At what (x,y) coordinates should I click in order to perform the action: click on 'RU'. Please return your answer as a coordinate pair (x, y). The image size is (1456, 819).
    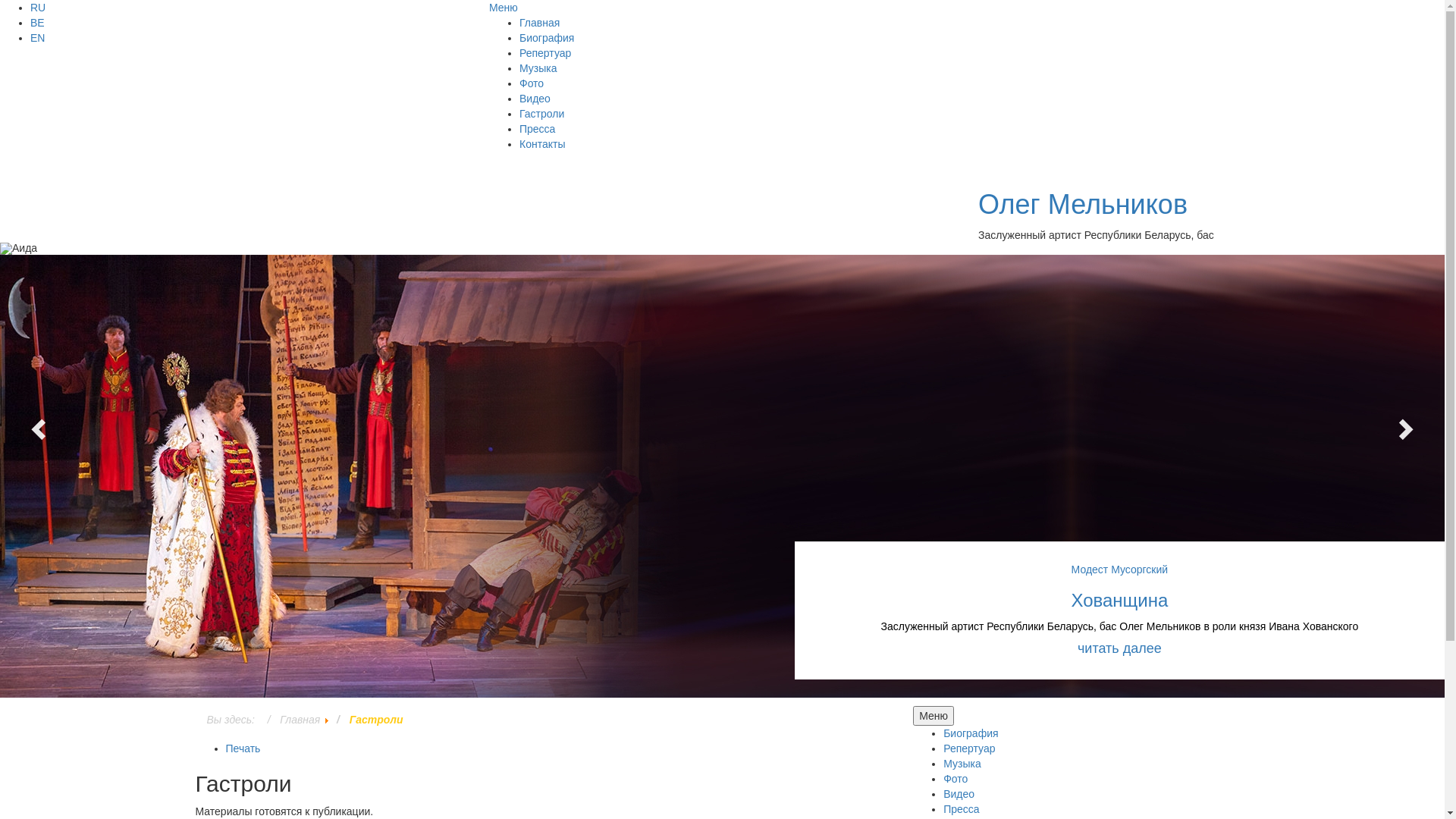
    Looking at the image, I should click on (37, 8).